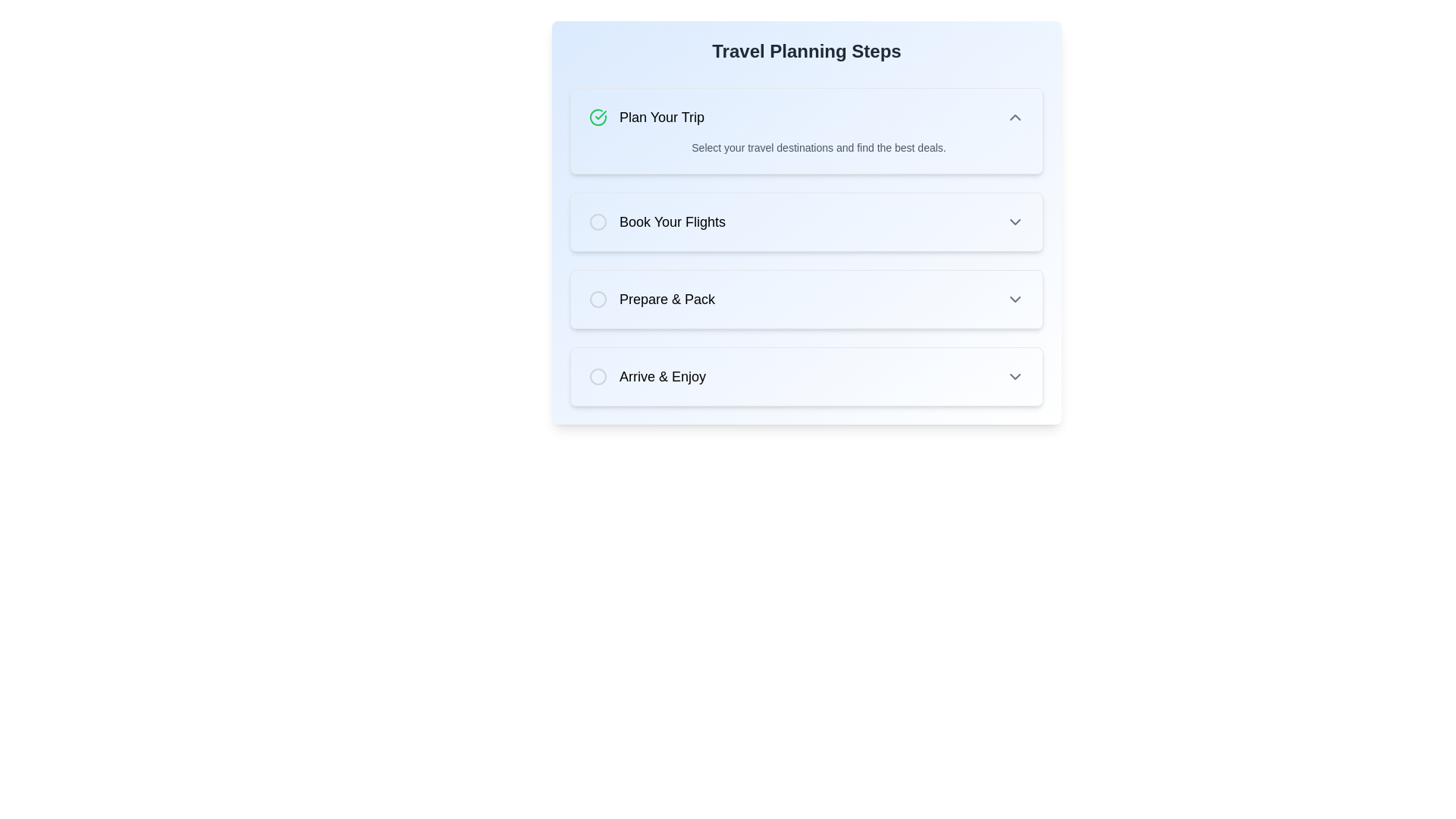 The width and height of the screenshot is (1456, 819). Describe the element at coordinates (1015, 116) in the screenshot. I see `the chevron icon at the far right of the 'Plan Your Trip' row` at that location.